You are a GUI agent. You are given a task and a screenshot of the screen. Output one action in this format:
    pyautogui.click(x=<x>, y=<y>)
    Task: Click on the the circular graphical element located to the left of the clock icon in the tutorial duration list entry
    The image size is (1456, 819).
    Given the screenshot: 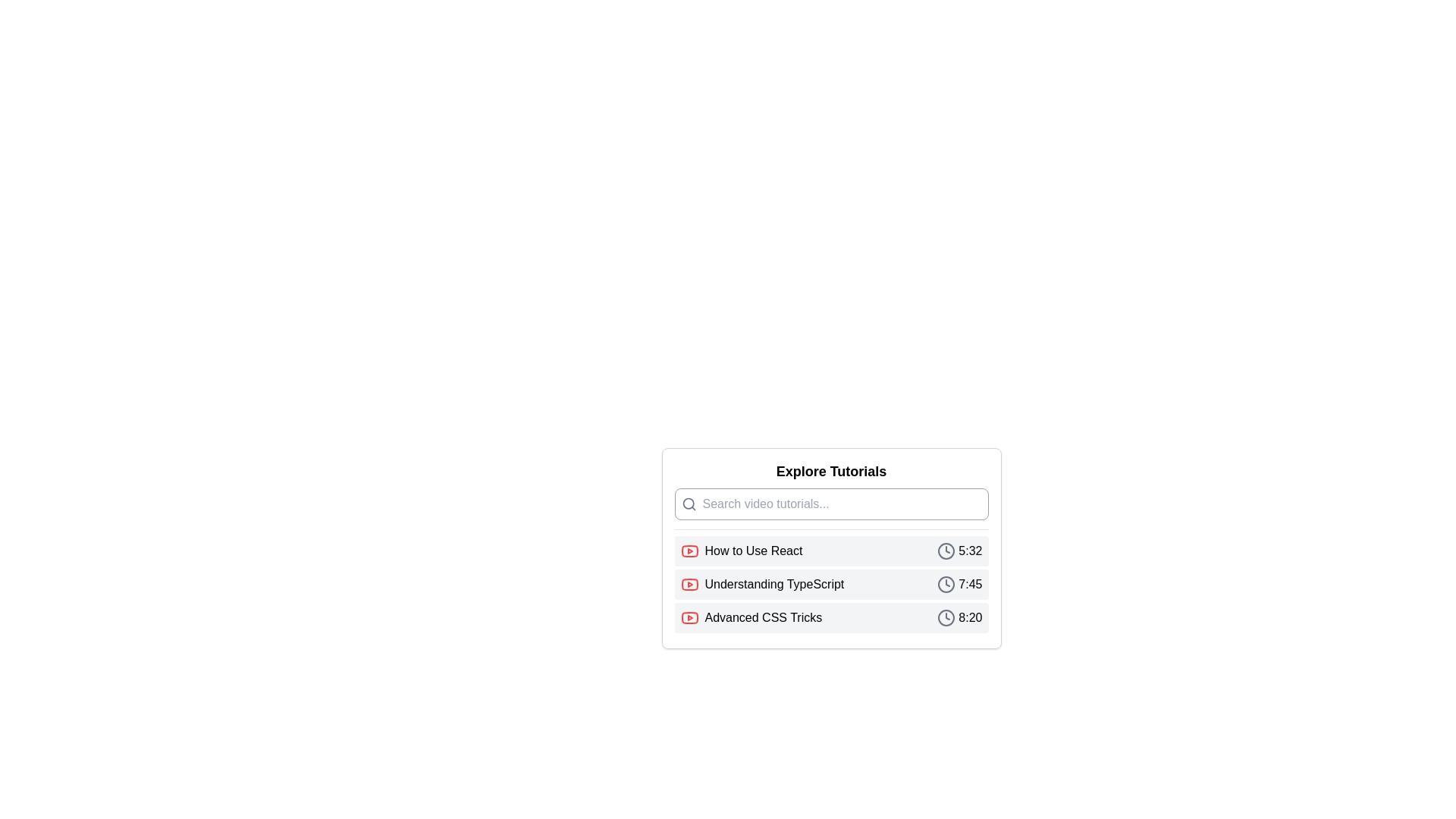 What is the action you would take?
    pyautogui.click(x=946, y=551)
    